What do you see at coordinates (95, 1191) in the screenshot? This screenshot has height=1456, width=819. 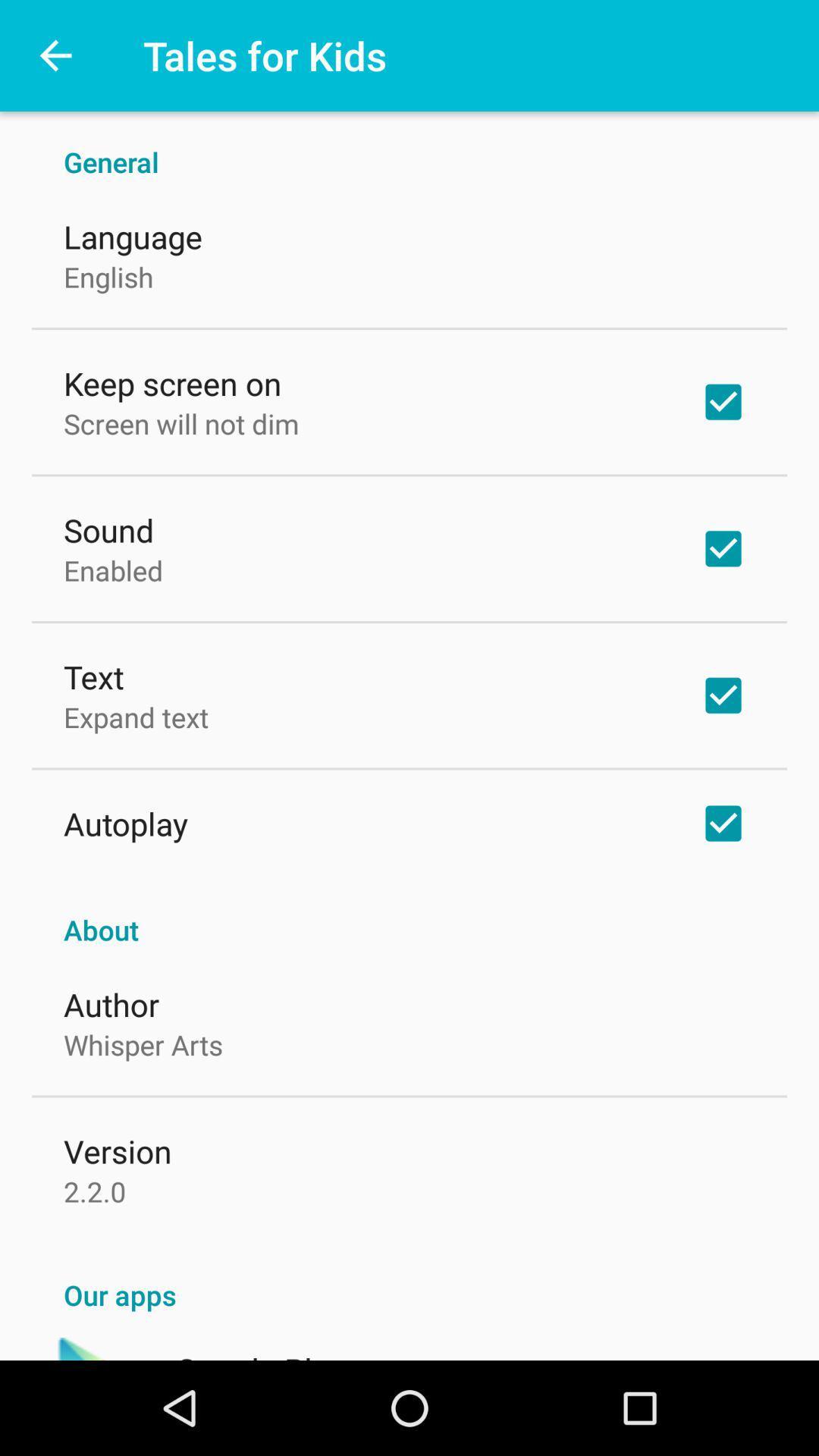 I see `2.2.0` at bounding box center [95, 1191].